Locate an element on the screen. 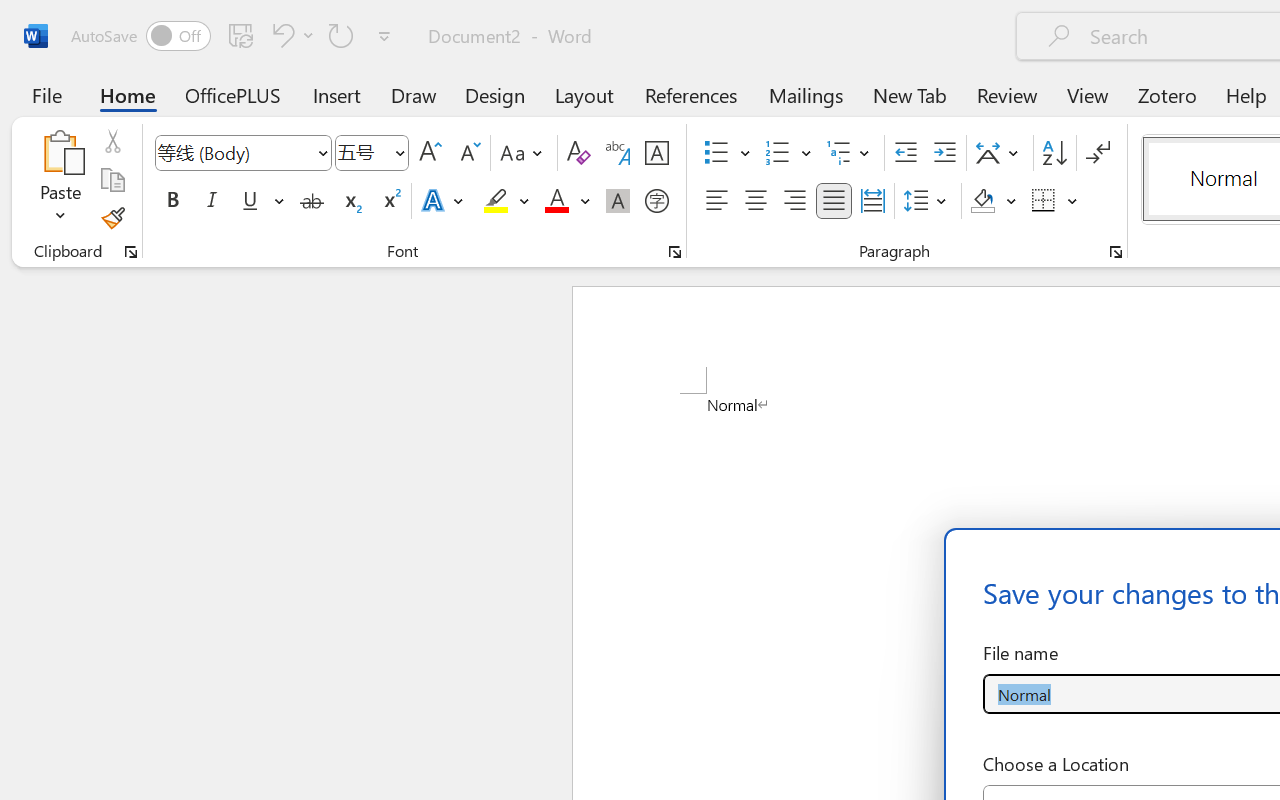  'Shrink Font' is located at coordinates (467, 153).